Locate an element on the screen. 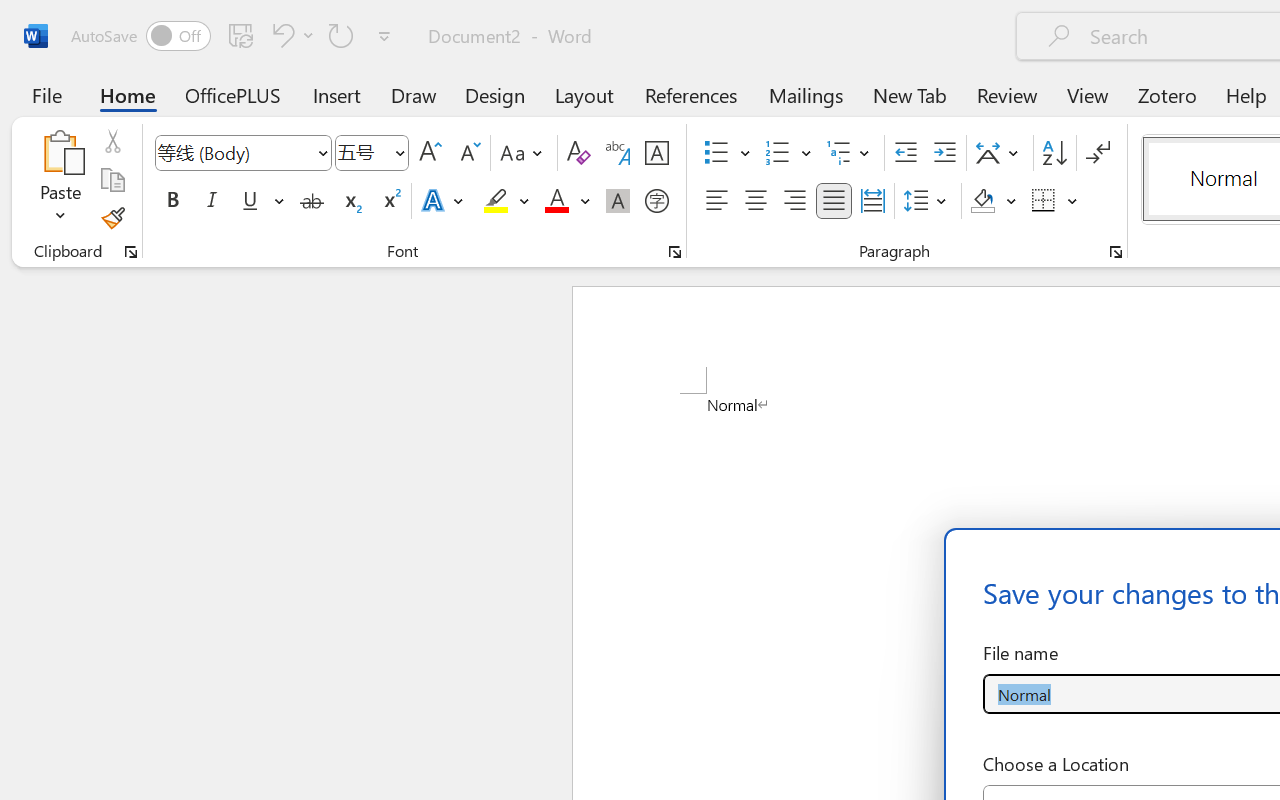  'Shrink Font' is located at coordinates (467, 153).